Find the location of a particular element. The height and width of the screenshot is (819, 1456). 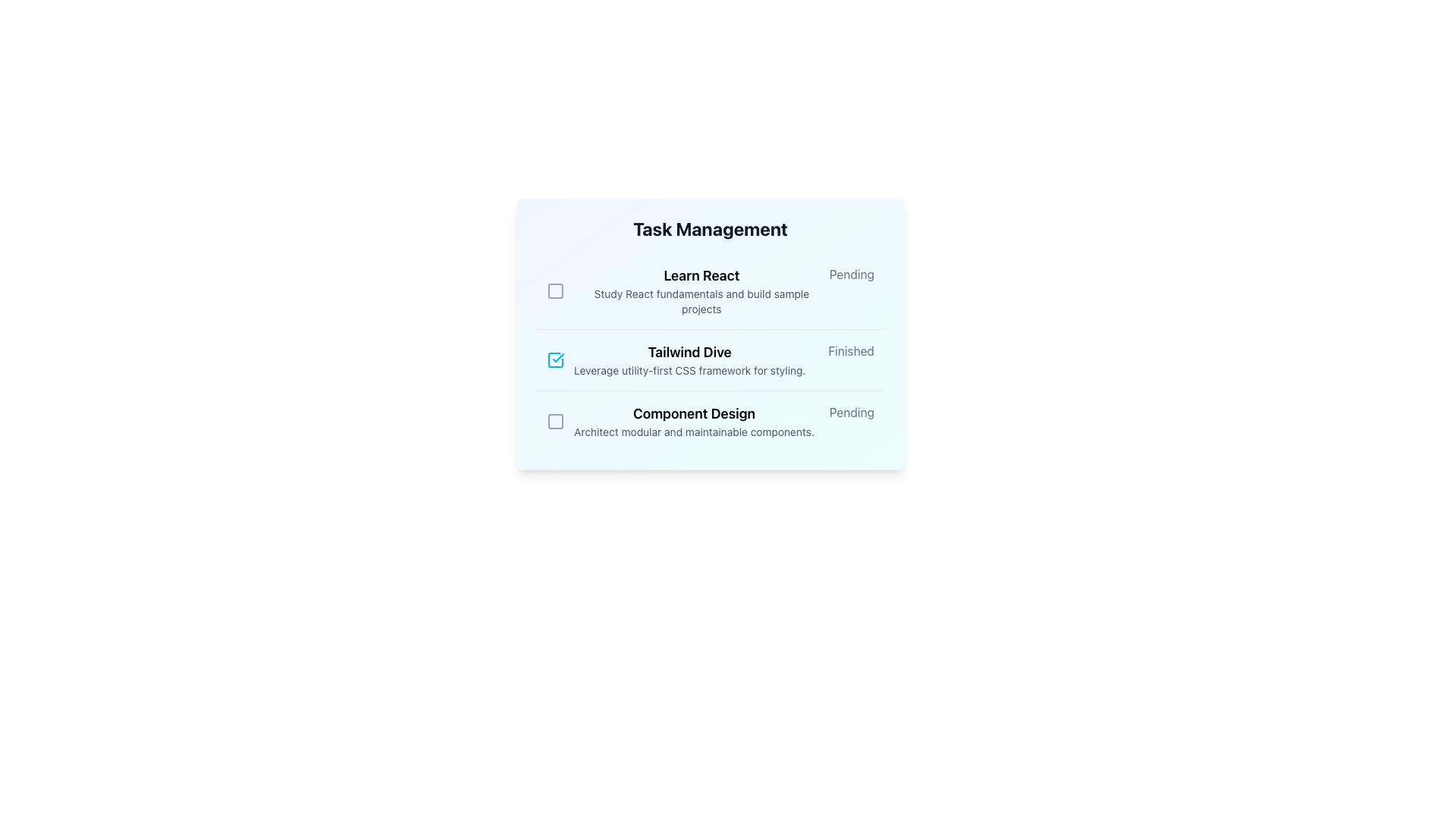

the 'Learn React' Text Block, which is a highlighted block of text in the 'Task Management' section that features a bold title and a descriptive text is located at coordinates (701, 291).